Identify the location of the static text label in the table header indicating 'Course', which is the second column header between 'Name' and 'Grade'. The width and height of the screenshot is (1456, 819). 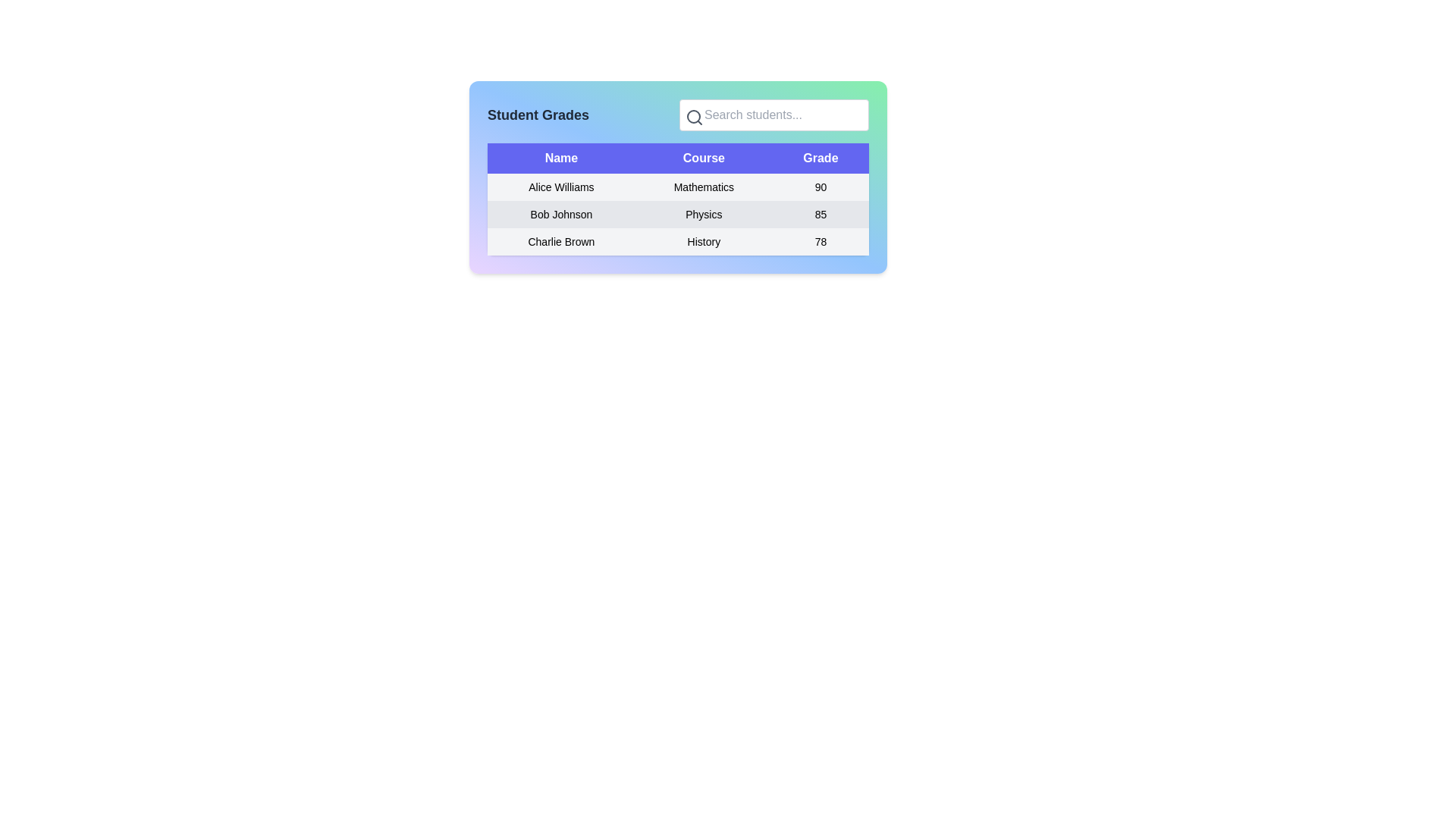
(703, 158).